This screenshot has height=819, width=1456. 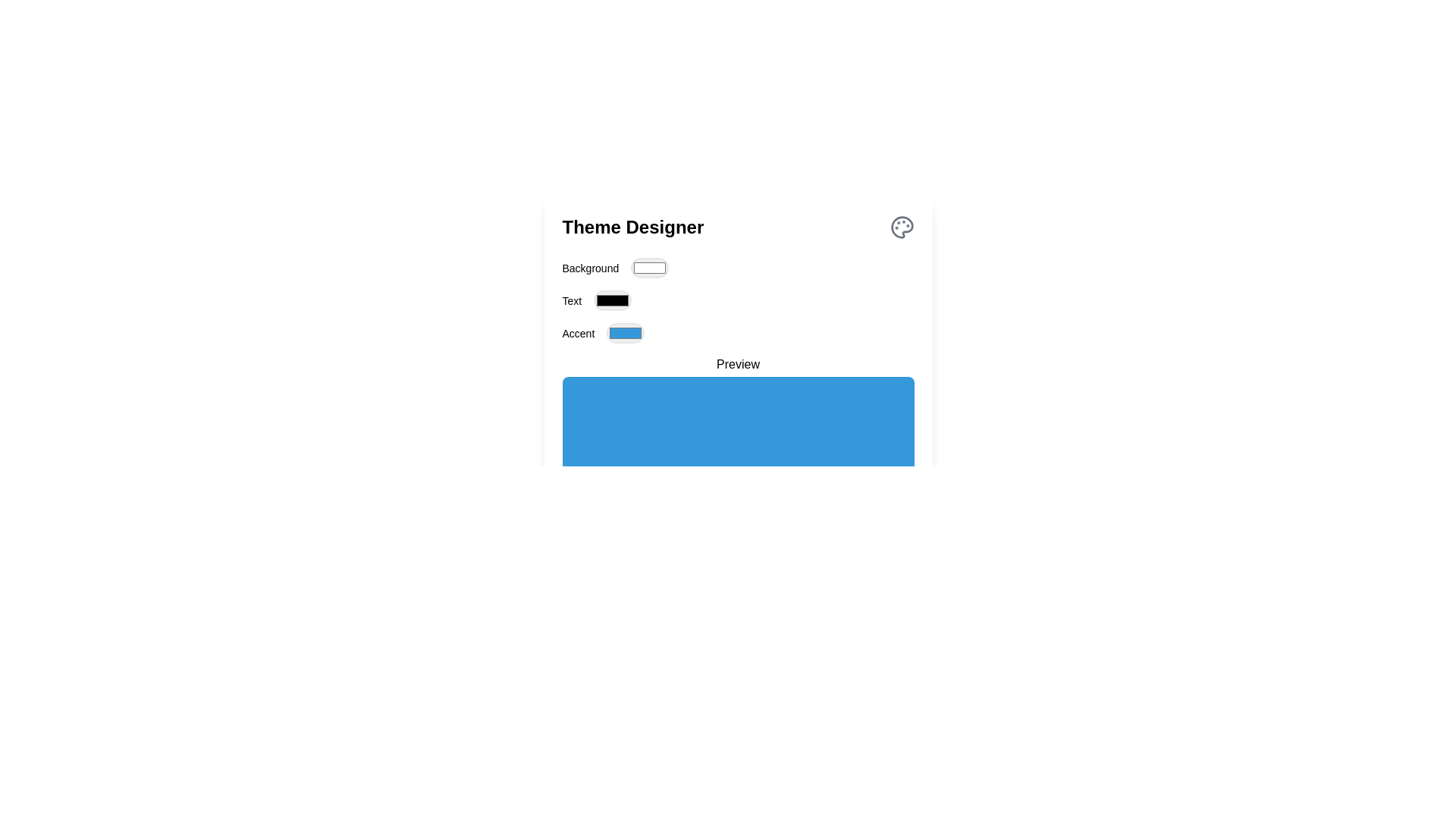 What do you see at coordinates (571, 300) in the screenshot?
I see `the text label that reads 'Text', which is styled with a small font size and medium weight, located to the left of a color selection box in the theme customization interface` at bounding box center [571, 300].